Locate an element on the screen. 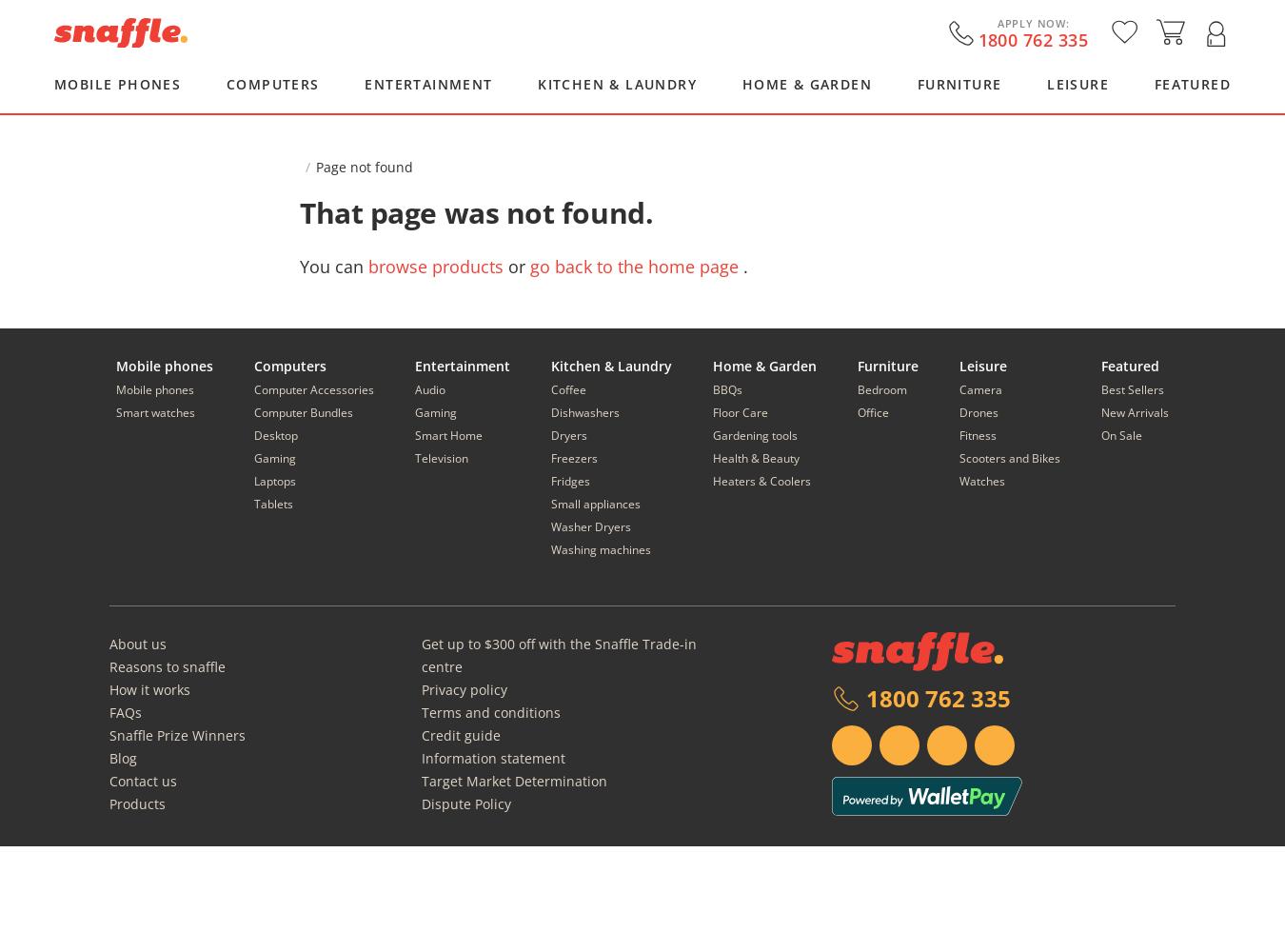  'Health & Beauty' is located at coordinates (756, 457).